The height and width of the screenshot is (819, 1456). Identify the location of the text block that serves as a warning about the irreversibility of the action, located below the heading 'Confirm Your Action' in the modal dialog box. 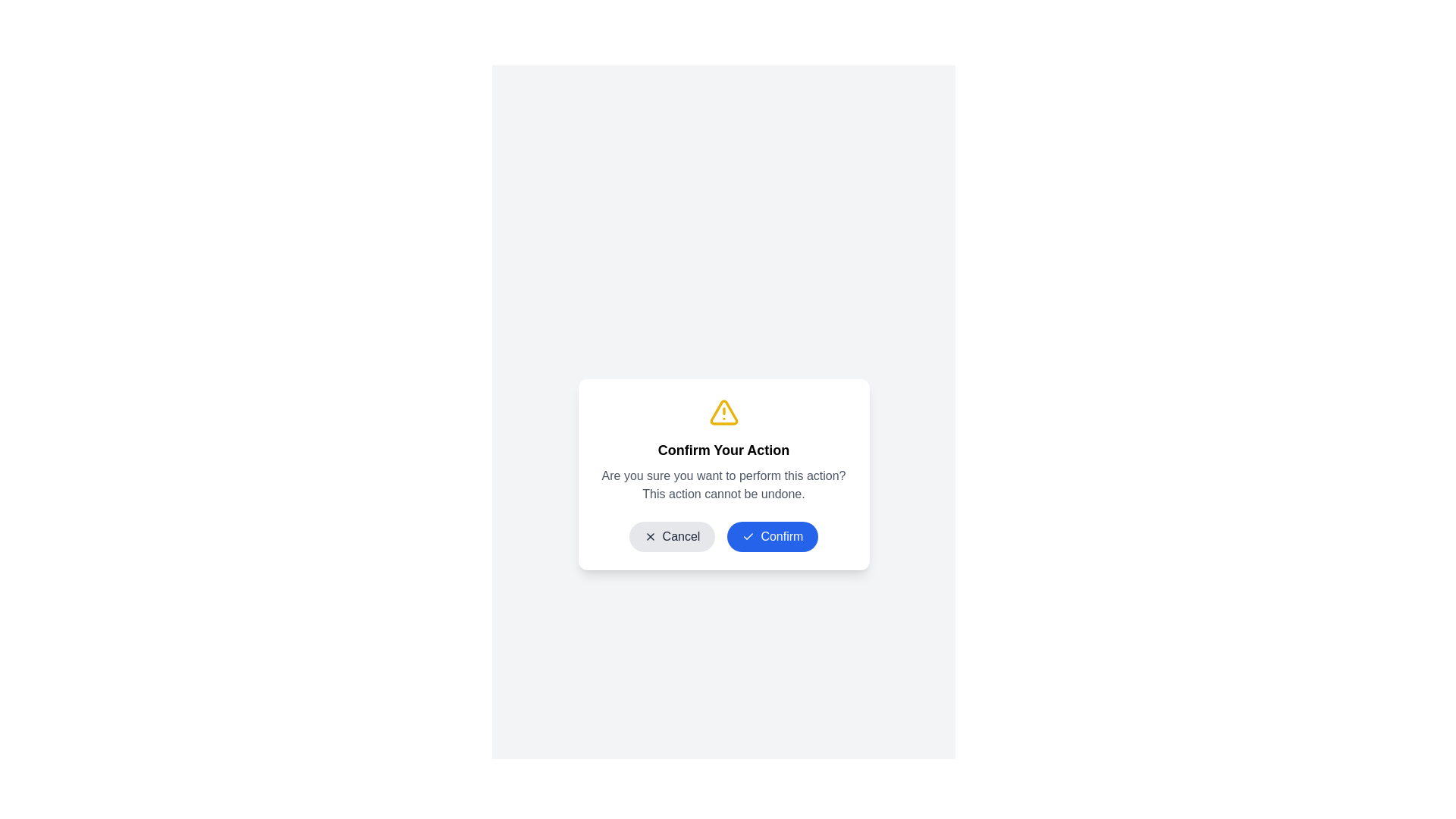
(723, 485).